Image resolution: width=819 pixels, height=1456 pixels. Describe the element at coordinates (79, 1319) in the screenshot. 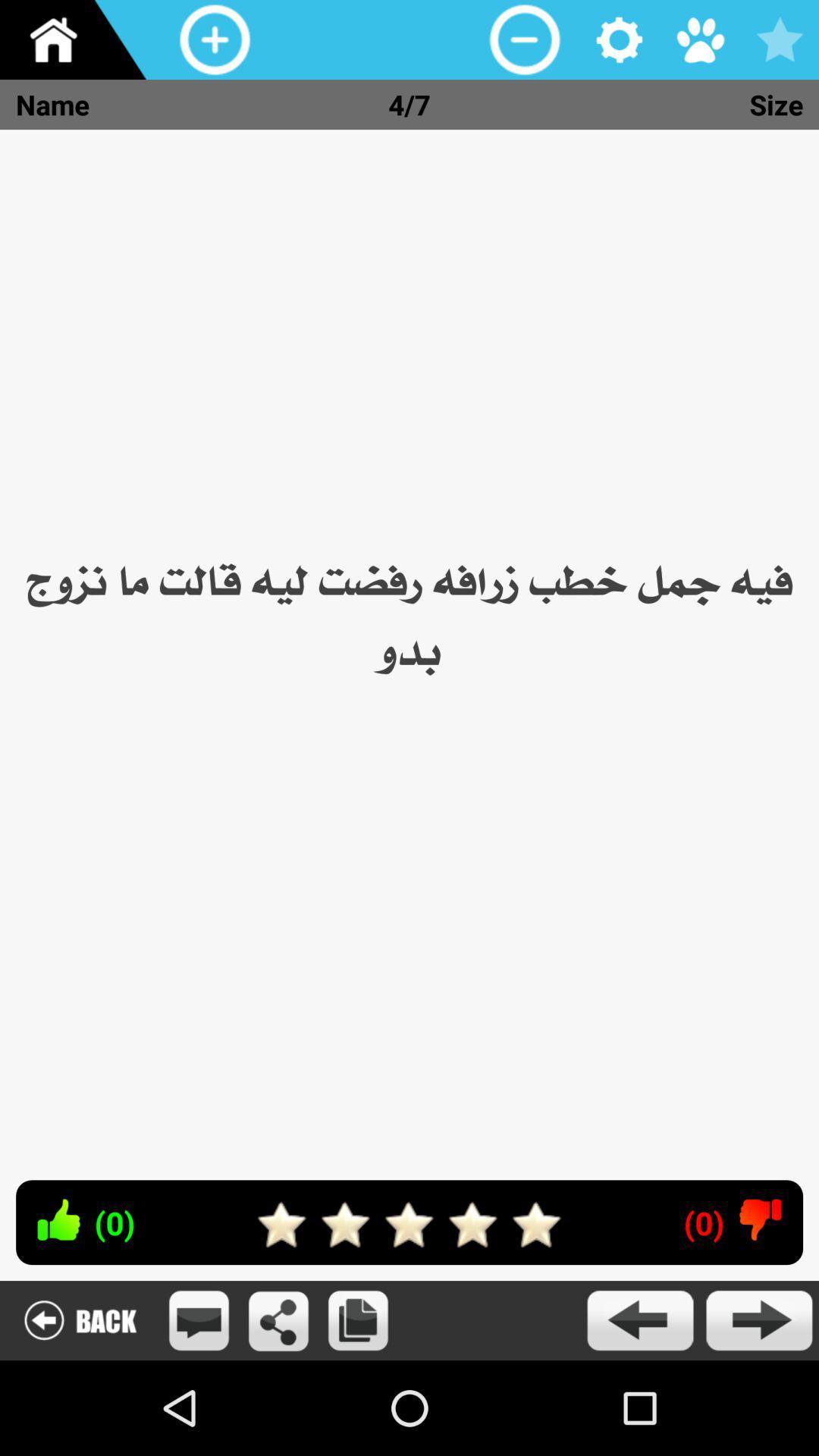

I see `go back` at that location.